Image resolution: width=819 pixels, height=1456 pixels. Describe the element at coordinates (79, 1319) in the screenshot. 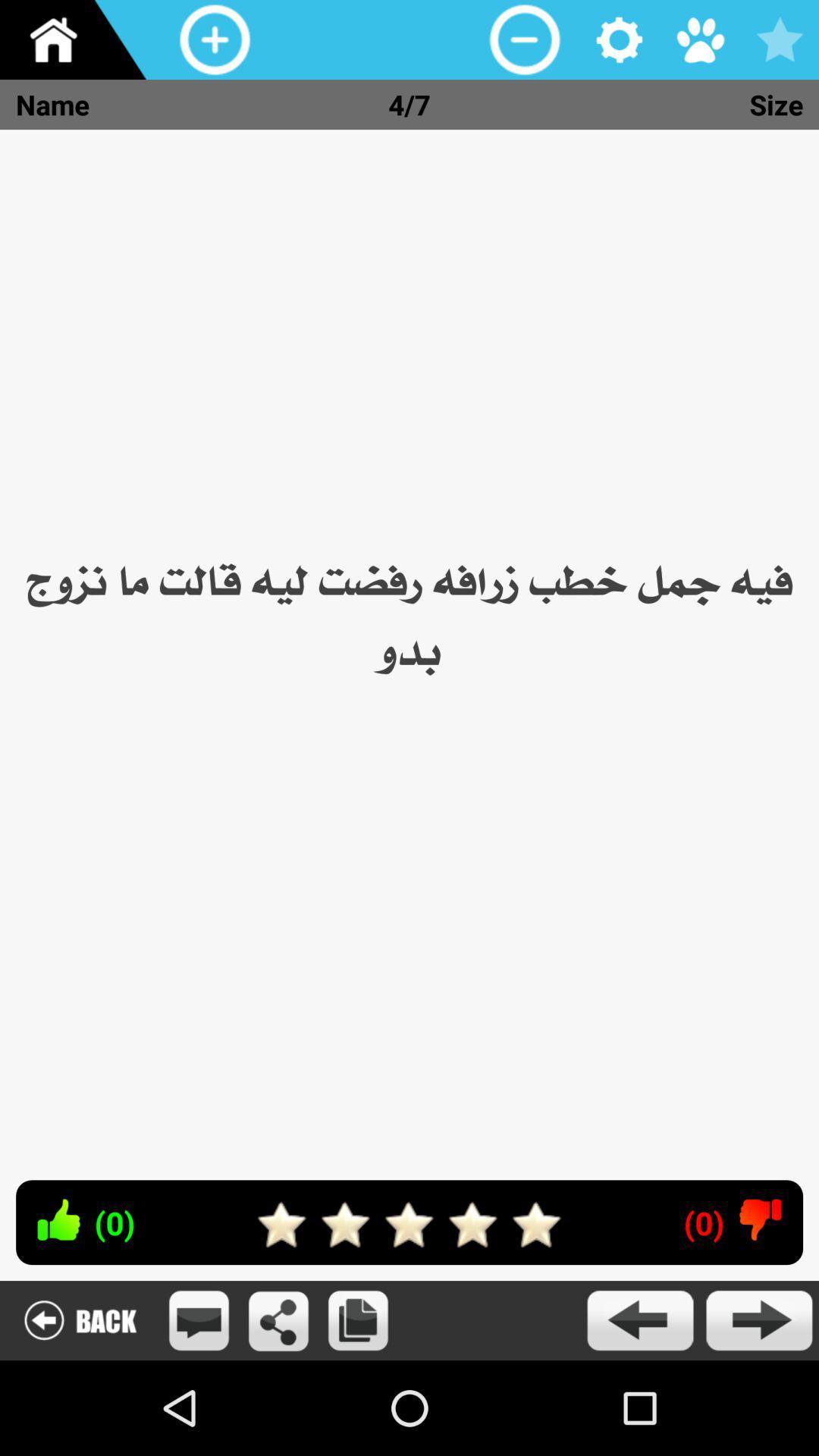

I see `go back` at that location.